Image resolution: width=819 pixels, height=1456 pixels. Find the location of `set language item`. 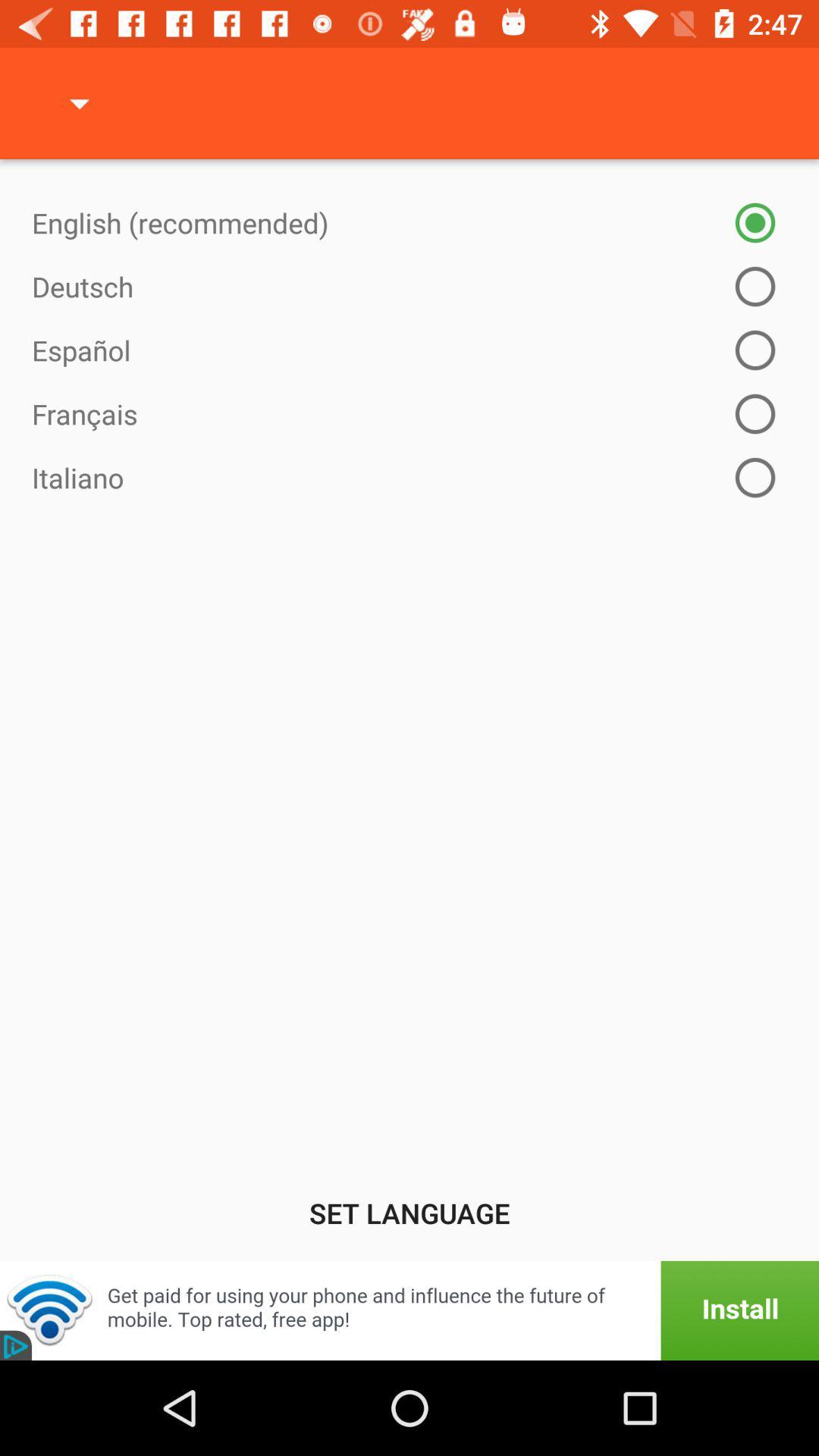

set language item is located at coordinates (409, 1212).